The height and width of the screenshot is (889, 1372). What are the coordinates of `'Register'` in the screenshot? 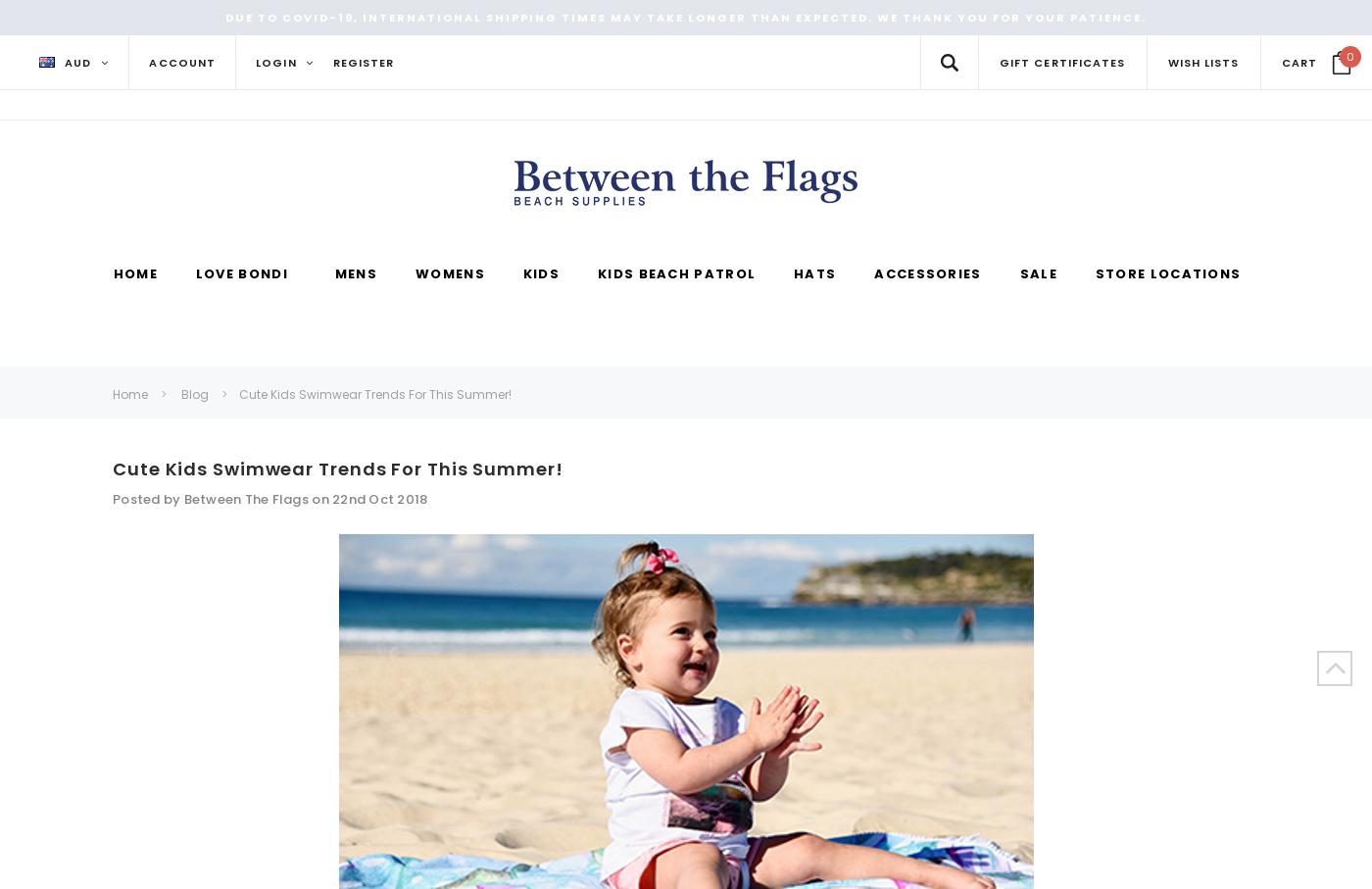 It's located at (331, 62).